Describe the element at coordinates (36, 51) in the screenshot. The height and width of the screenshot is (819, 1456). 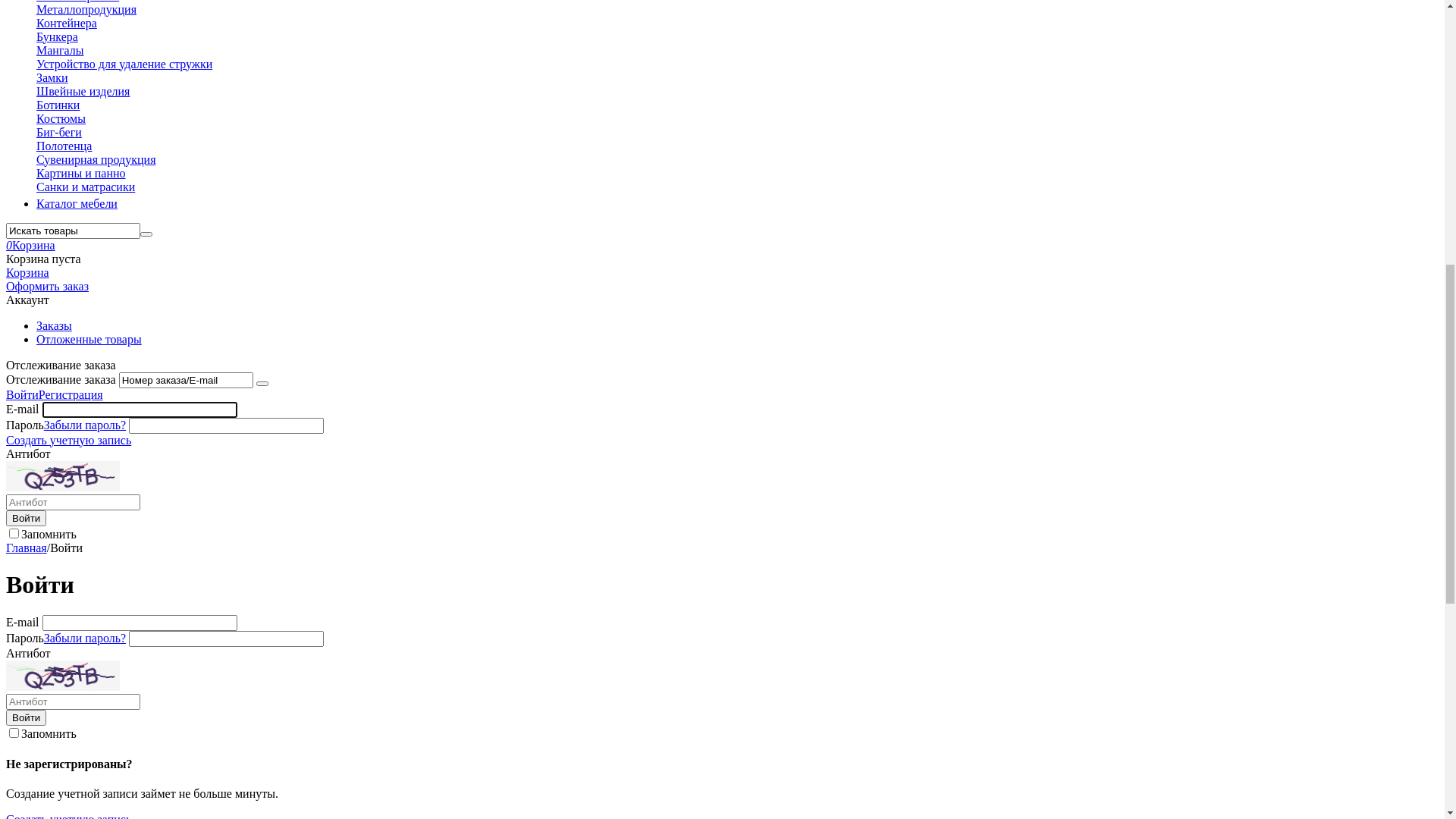
I see `'(Br)'` at that location.